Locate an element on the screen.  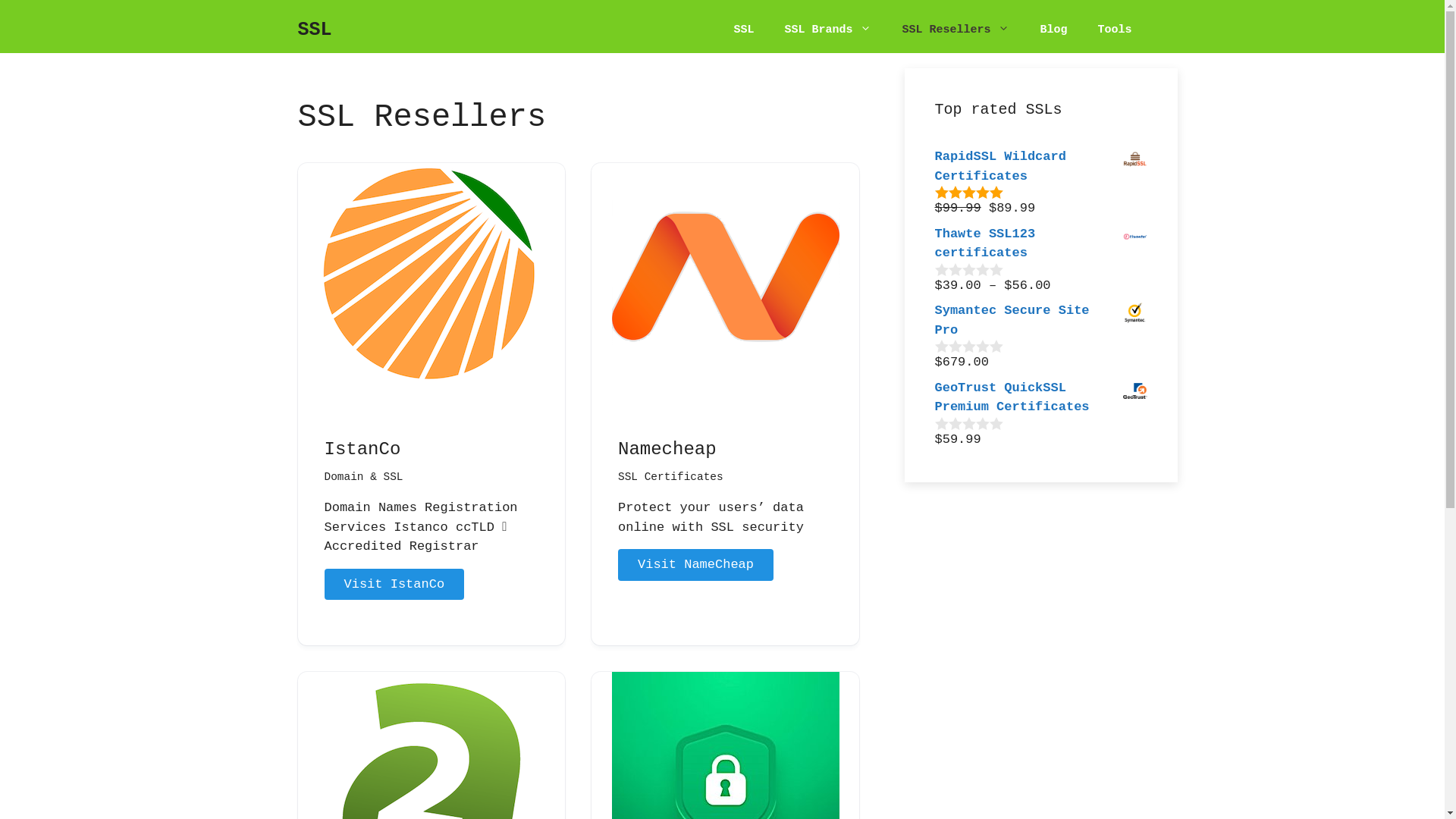
'Tools' is located at coordinates (1114, 30).